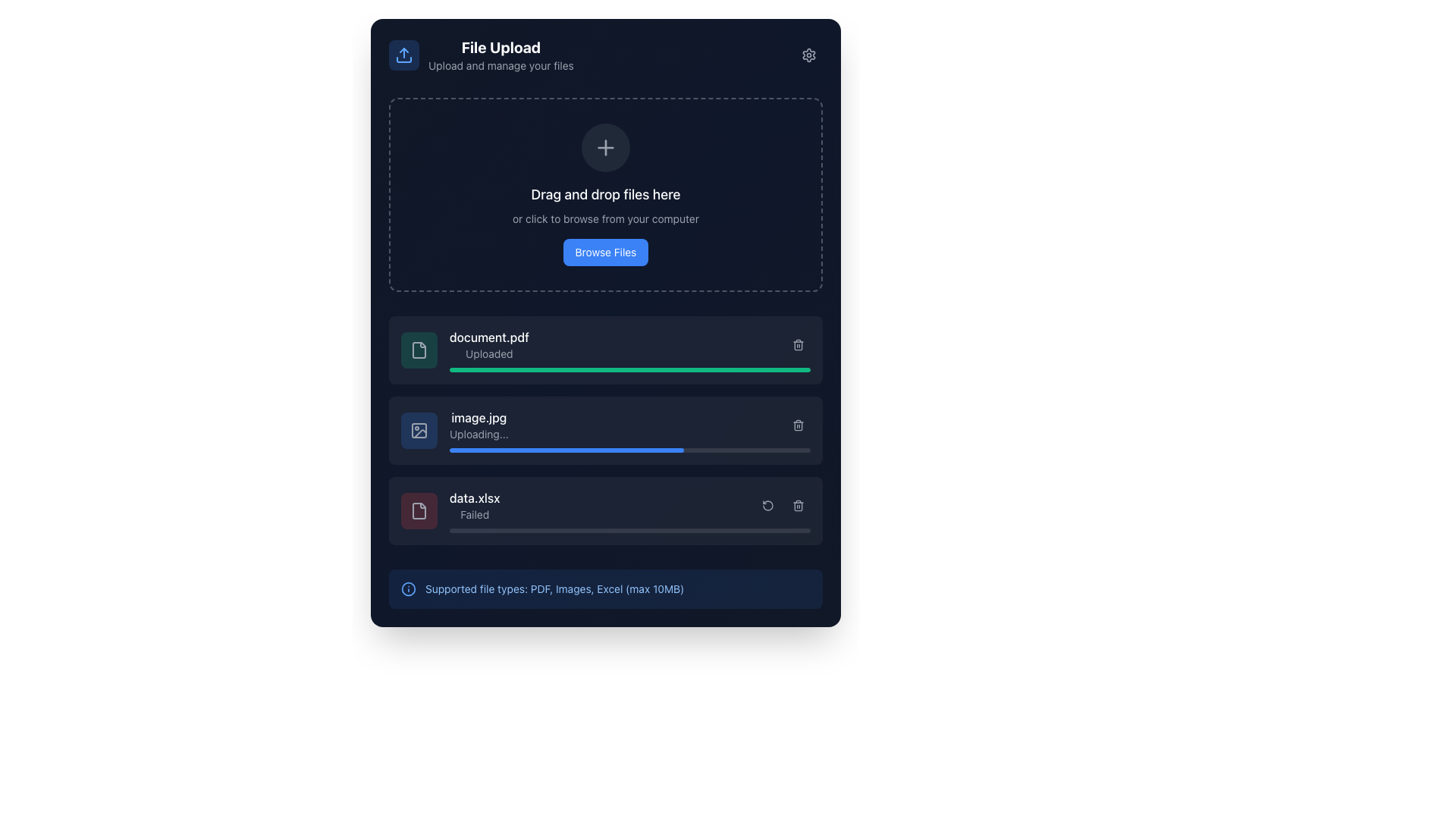  Describe the element at coordinates (767, 506) in the screenshot. I see `the 'Counterclockwise Rotation' icon button located in the middle-right of the UI toolbar` at that location.